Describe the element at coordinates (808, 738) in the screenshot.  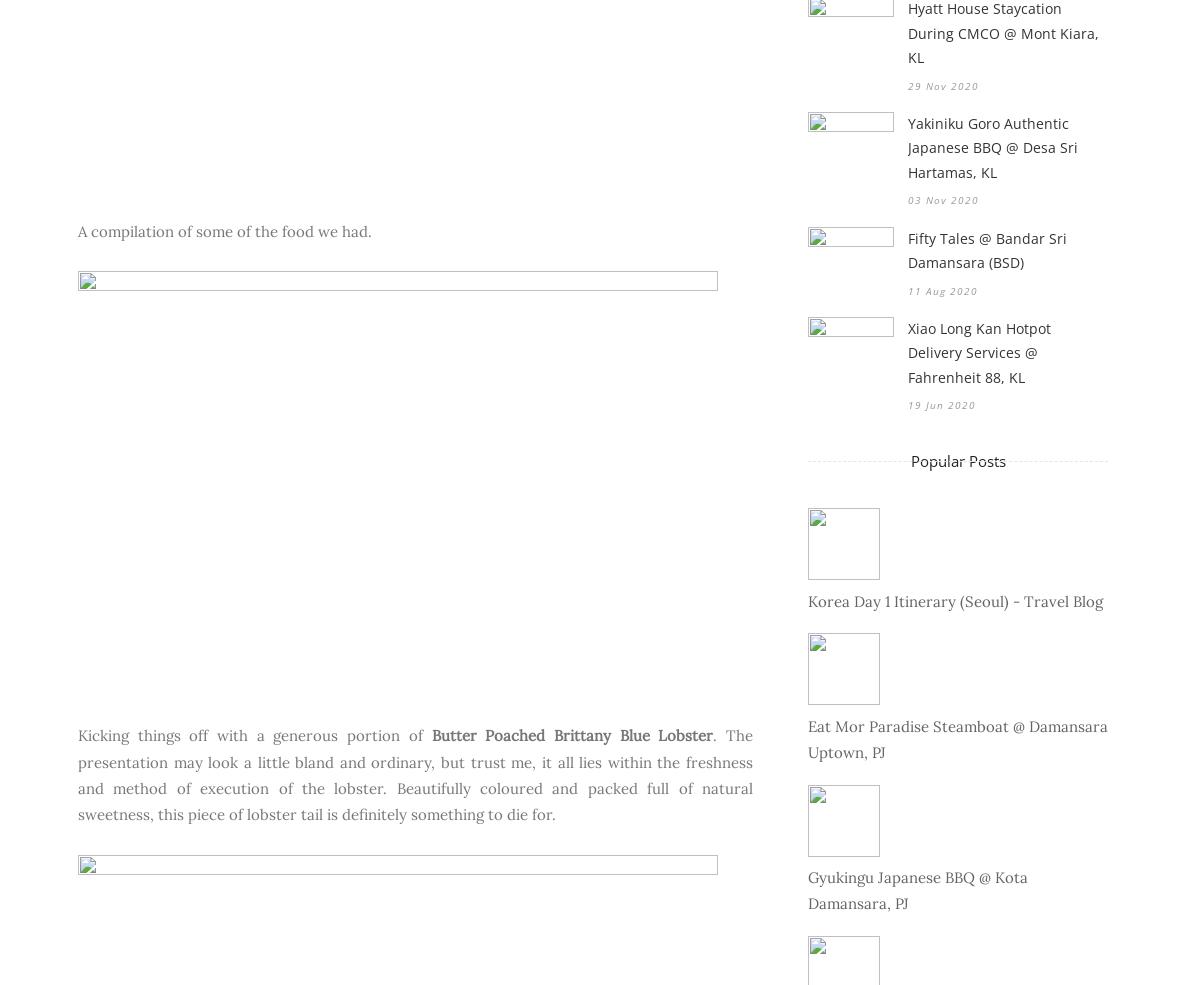
I see `'Eat Mor Paradise Steamboat @ Damansara Uptown, PJ'` at that location.